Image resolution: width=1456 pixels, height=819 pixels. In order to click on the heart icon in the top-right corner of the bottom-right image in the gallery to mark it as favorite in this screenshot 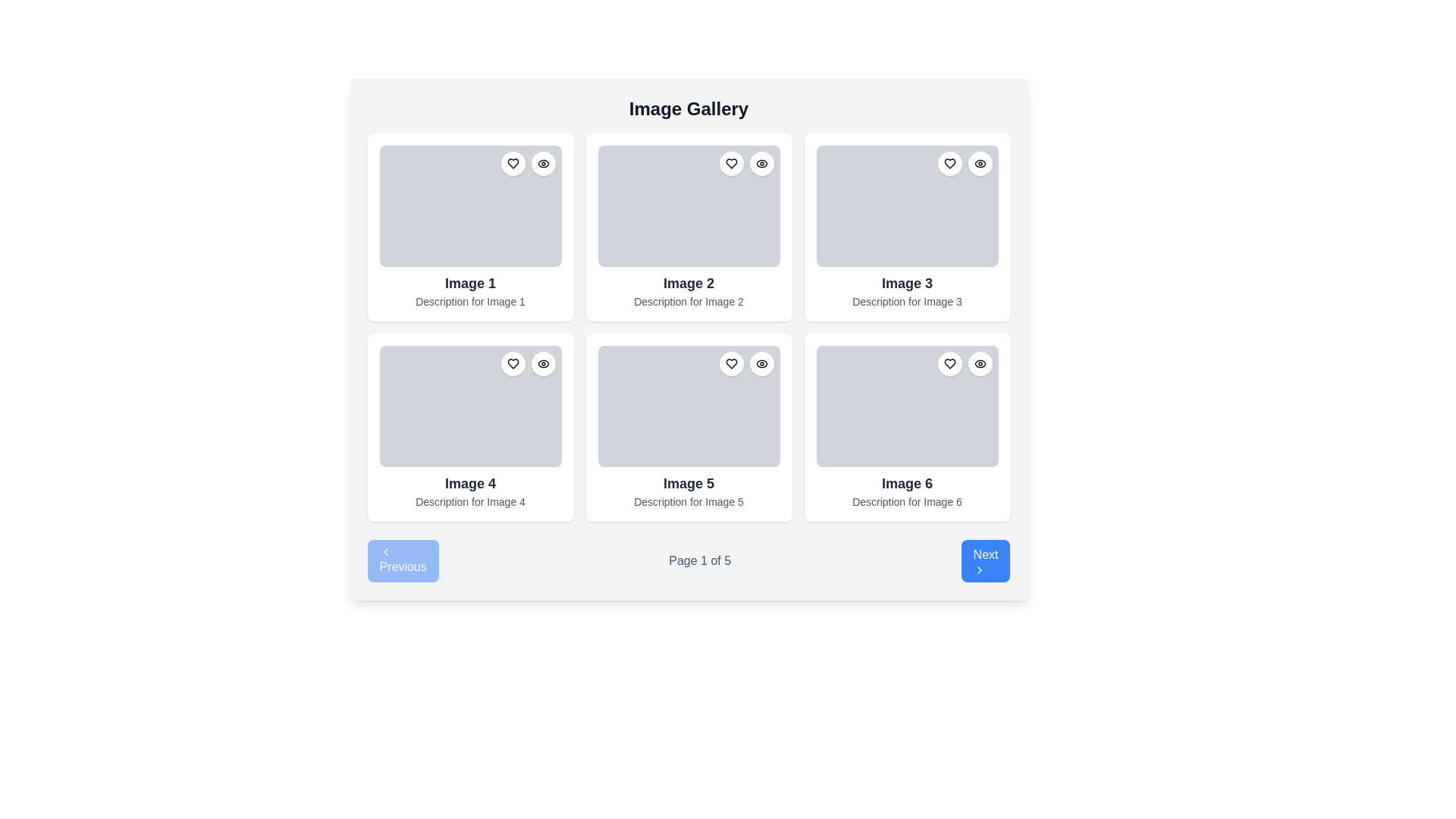, I will do `click(964, 363)`.